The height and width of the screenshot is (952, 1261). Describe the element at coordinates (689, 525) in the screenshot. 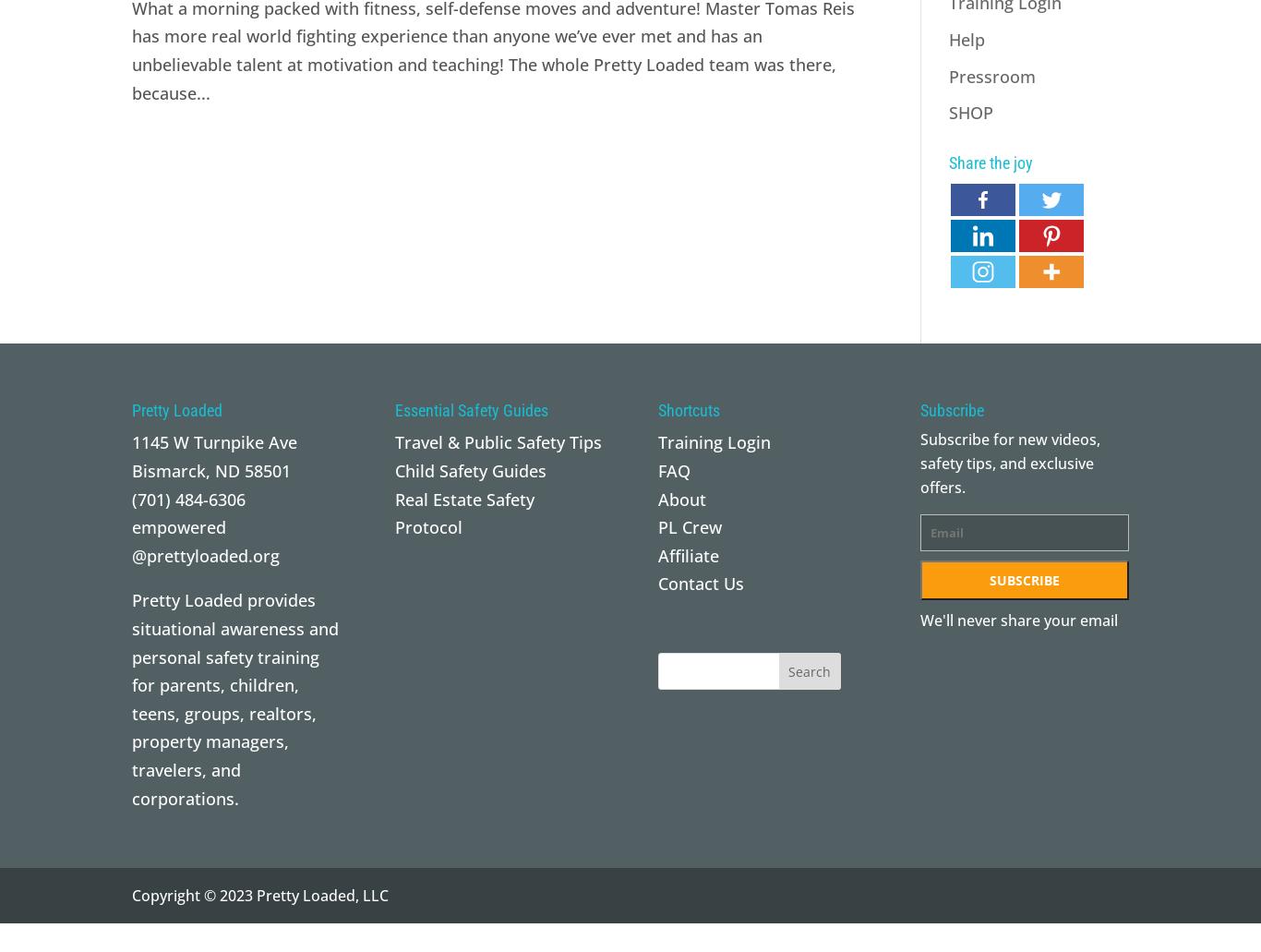

I see `'PL Crew'` at that location.